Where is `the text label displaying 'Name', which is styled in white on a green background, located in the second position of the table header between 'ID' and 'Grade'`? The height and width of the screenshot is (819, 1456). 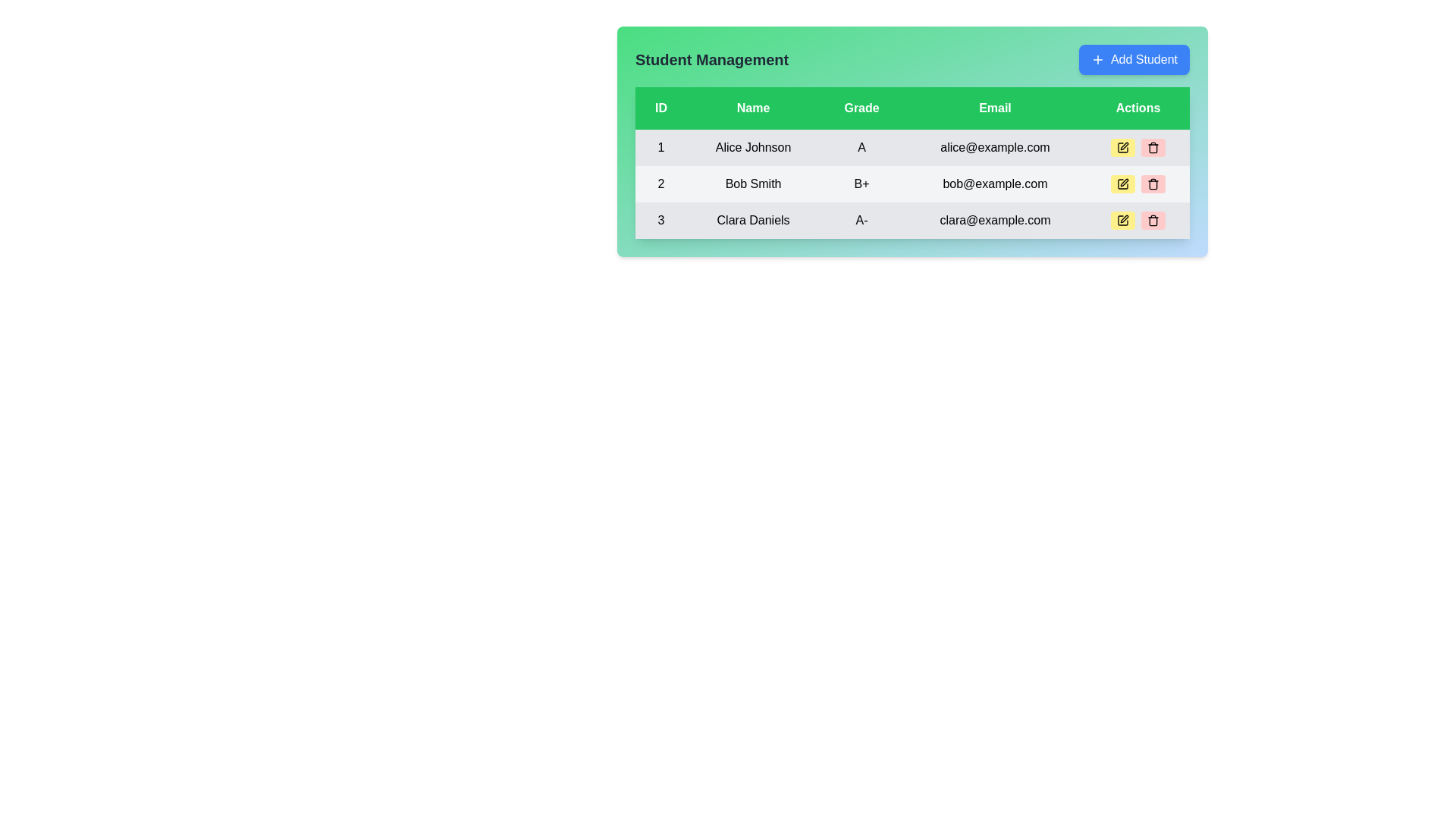 the text label displaying 'Name', which is styled in white on a green background, located in the second position of the table header between 'ID' and 'Grade' is located at coordinates (753, 107).